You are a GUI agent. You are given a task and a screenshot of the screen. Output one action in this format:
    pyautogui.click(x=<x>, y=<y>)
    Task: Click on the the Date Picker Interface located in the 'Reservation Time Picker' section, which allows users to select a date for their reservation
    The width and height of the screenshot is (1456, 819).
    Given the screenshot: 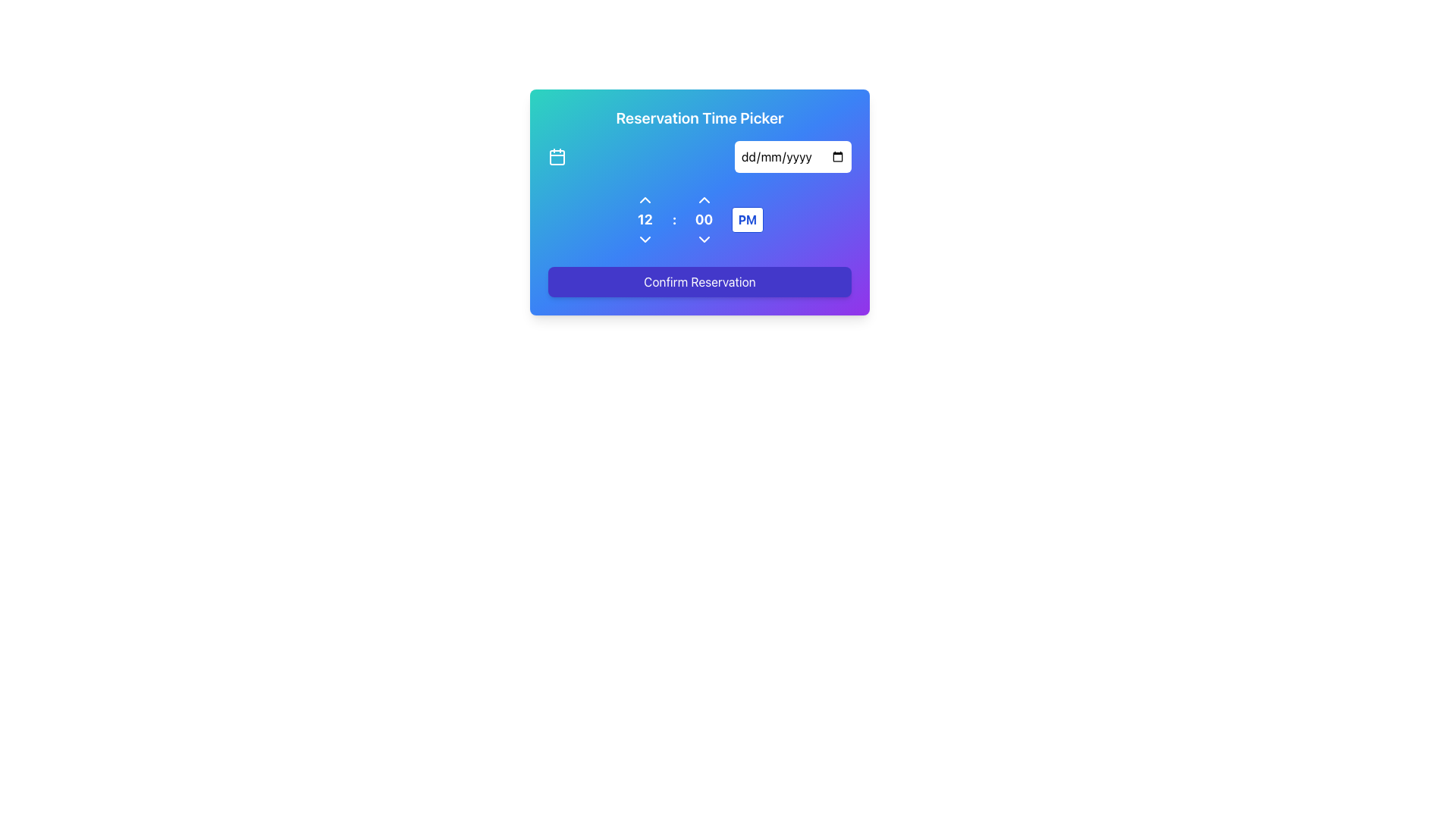 What is the action you would take?
    pyautogui.click(x=698, y=157)
    